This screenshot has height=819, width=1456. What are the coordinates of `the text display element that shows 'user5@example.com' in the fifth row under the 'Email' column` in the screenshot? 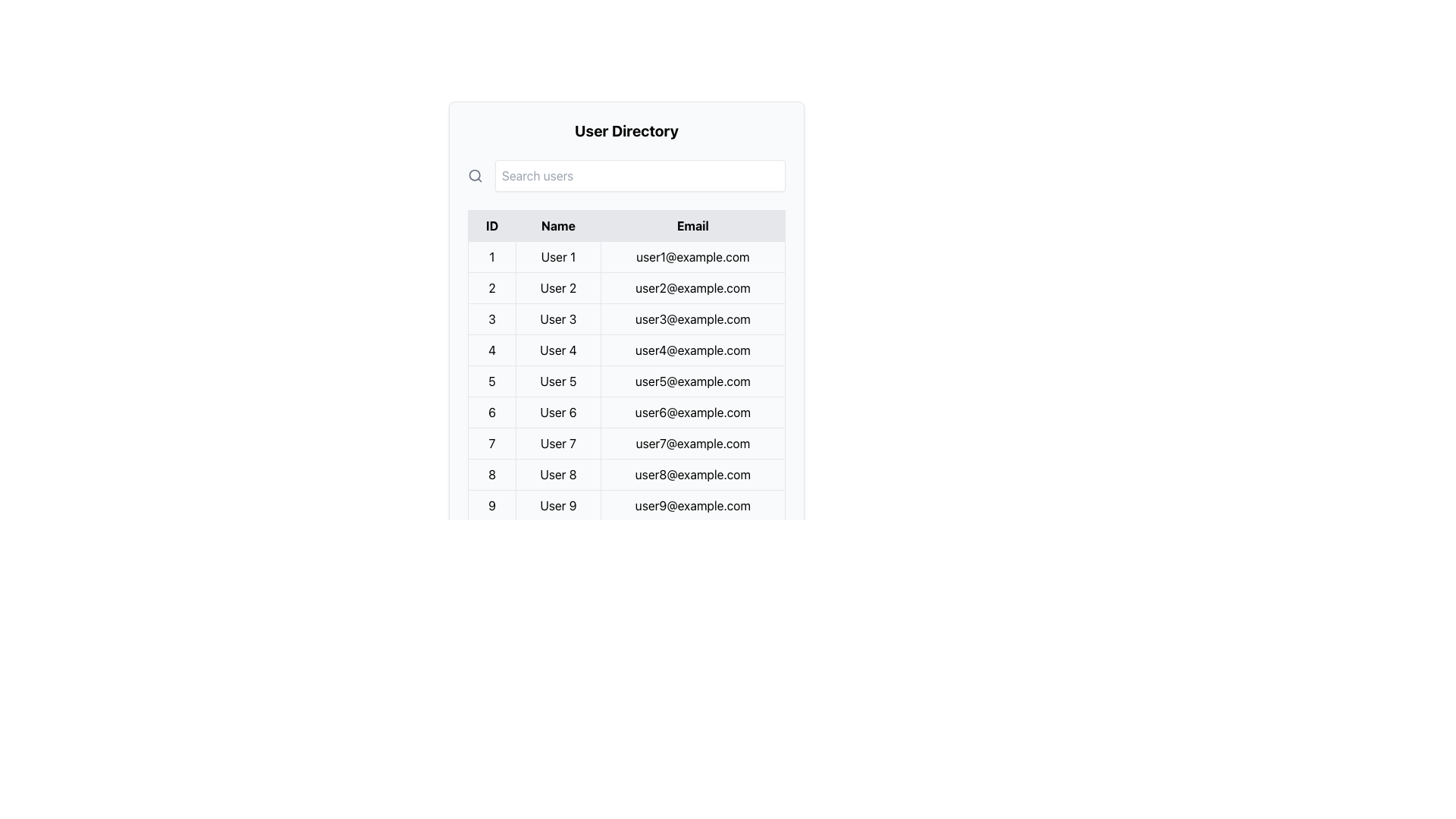 It's located at (692, 380).